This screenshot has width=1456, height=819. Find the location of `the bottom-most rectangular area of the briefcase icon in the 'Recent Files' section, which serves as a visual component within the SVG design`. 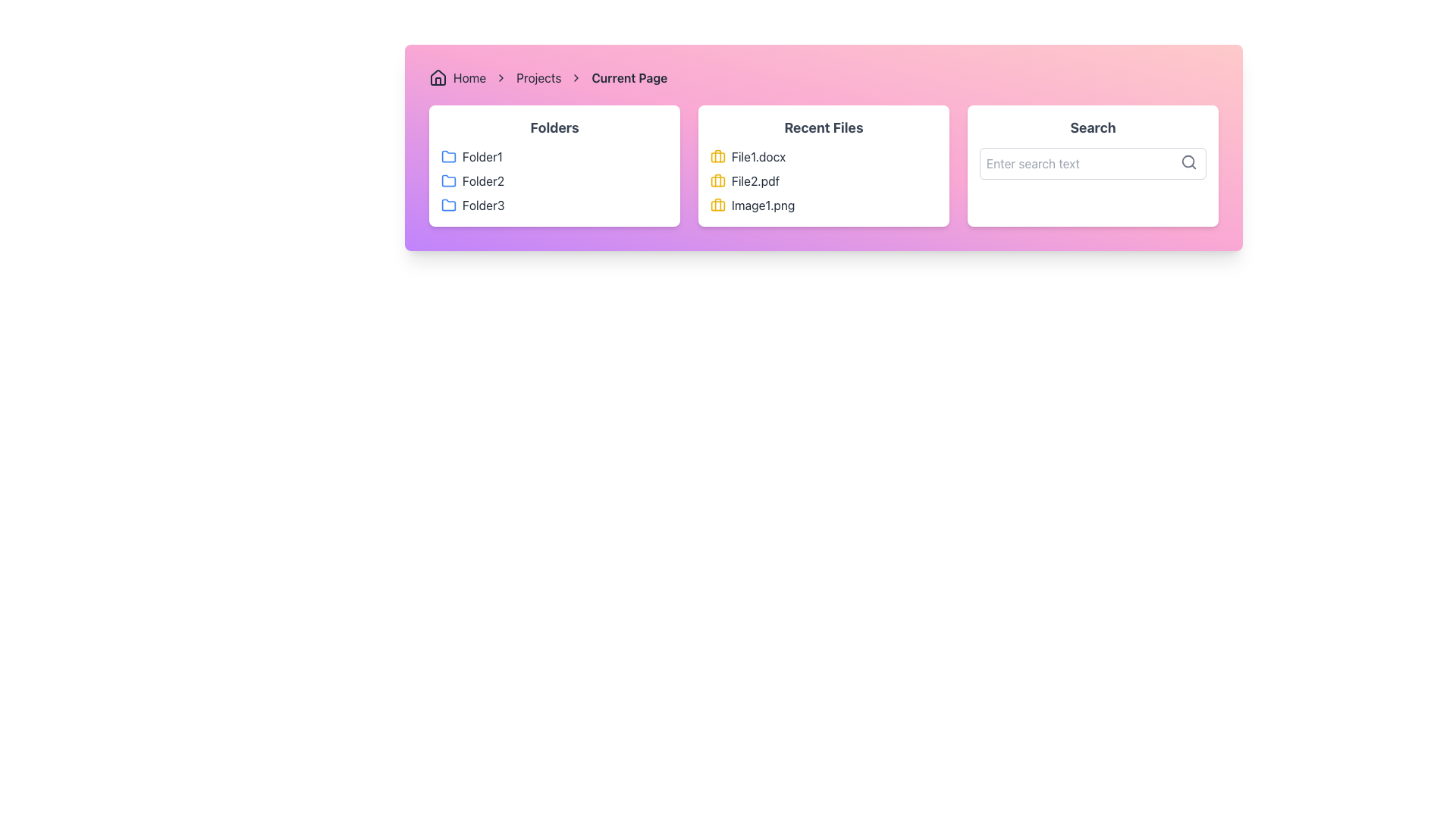

the bottom-most rectangular area of the briefcase icon in the 'Recent Files' section, which serves as a visual component within the SVG design is located at coordinates (717, 205).